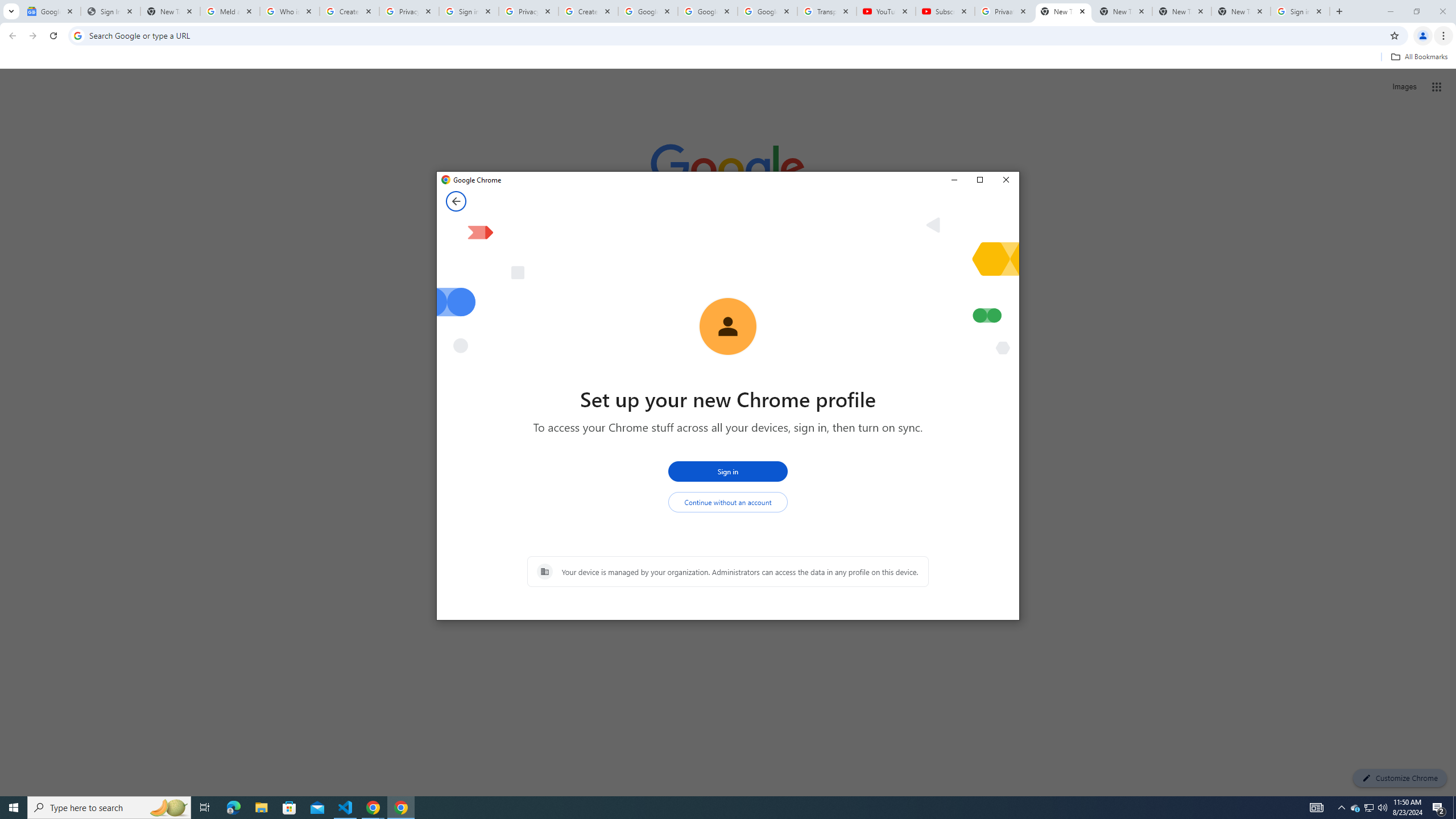 This screenshot has width=1456, height=819. What do you see at coordinates (260, 806) in the screenshot?
I see `'File Explorer'` at bounding box center [260, 806].